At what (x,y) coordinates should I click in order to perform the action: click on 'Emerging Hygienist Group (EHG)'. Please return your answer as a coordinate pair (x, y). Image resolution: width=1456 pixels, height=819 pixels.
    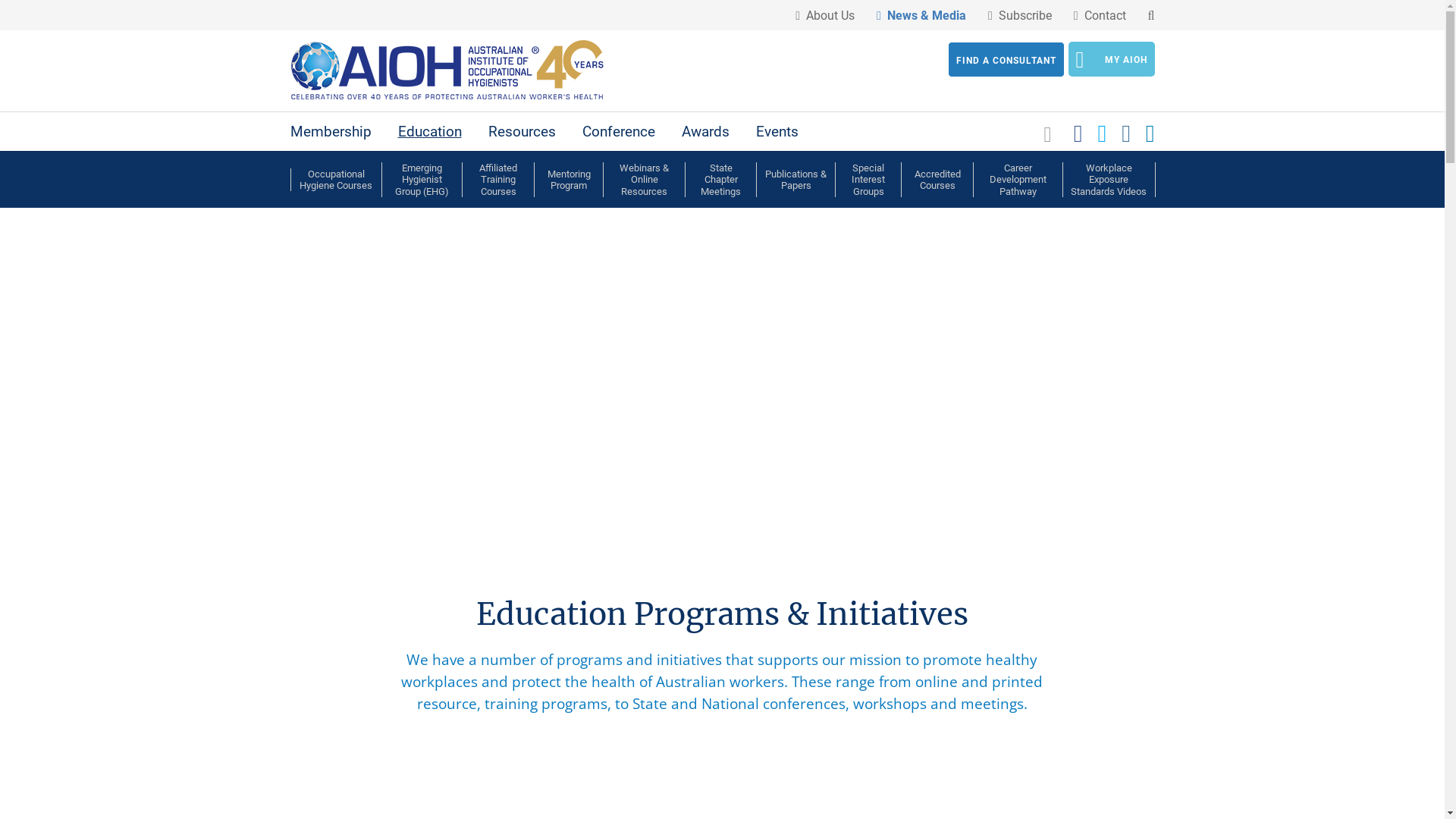
    Looking at the image, I should click on (422, 178).